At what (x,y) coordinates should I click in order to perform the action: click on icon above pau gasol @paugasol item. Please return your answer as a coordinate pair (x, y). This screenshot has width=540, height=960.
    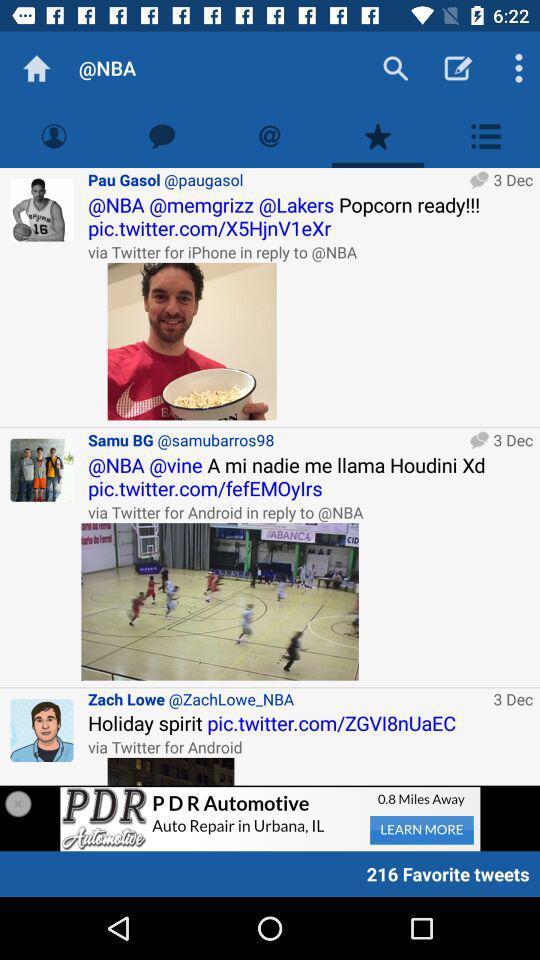
    Looking at the image, I should click on (161, 135).